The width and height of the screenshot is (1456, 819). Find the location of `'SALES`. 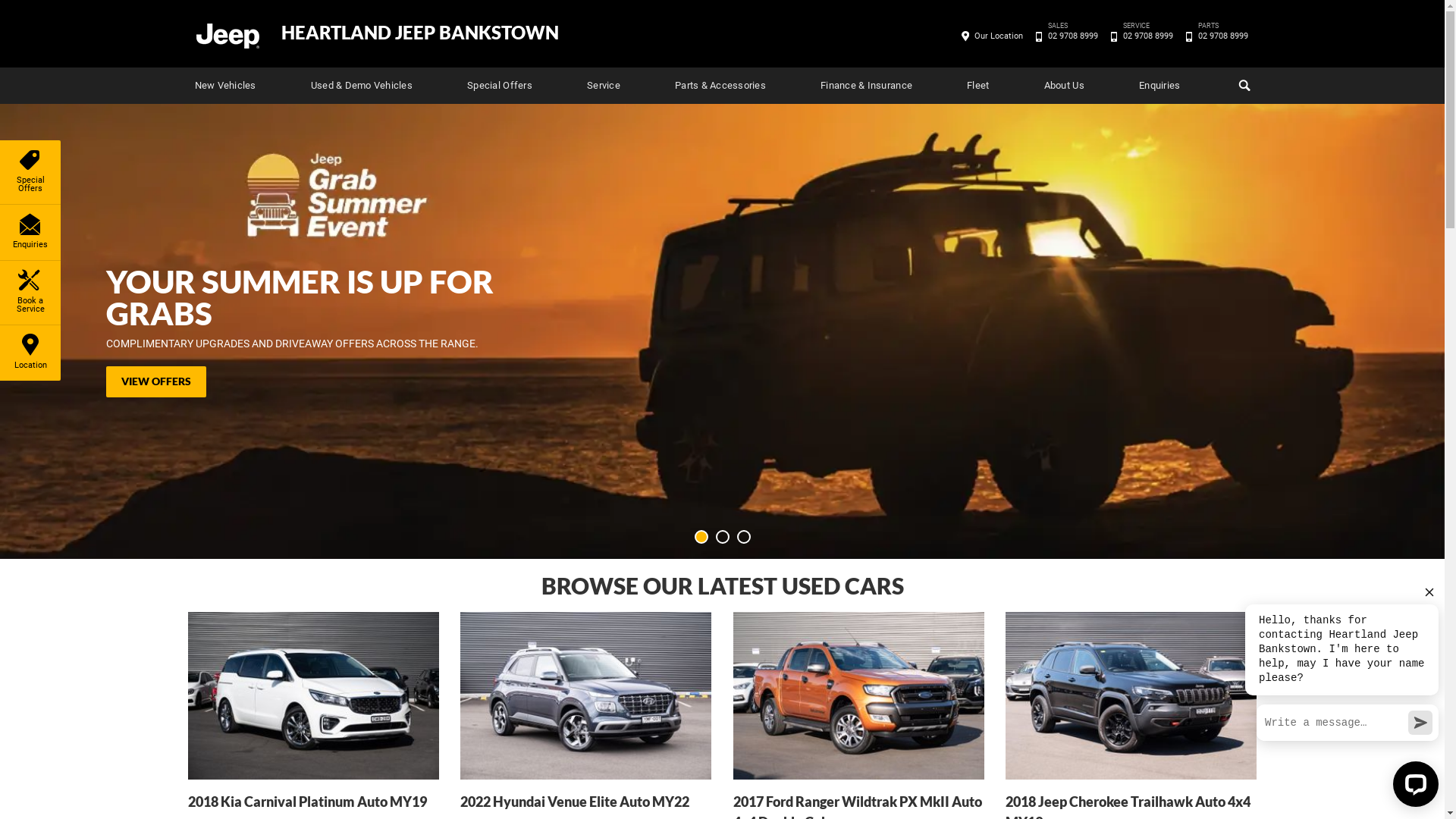

'SALES is located at coordinates (1040, 35).